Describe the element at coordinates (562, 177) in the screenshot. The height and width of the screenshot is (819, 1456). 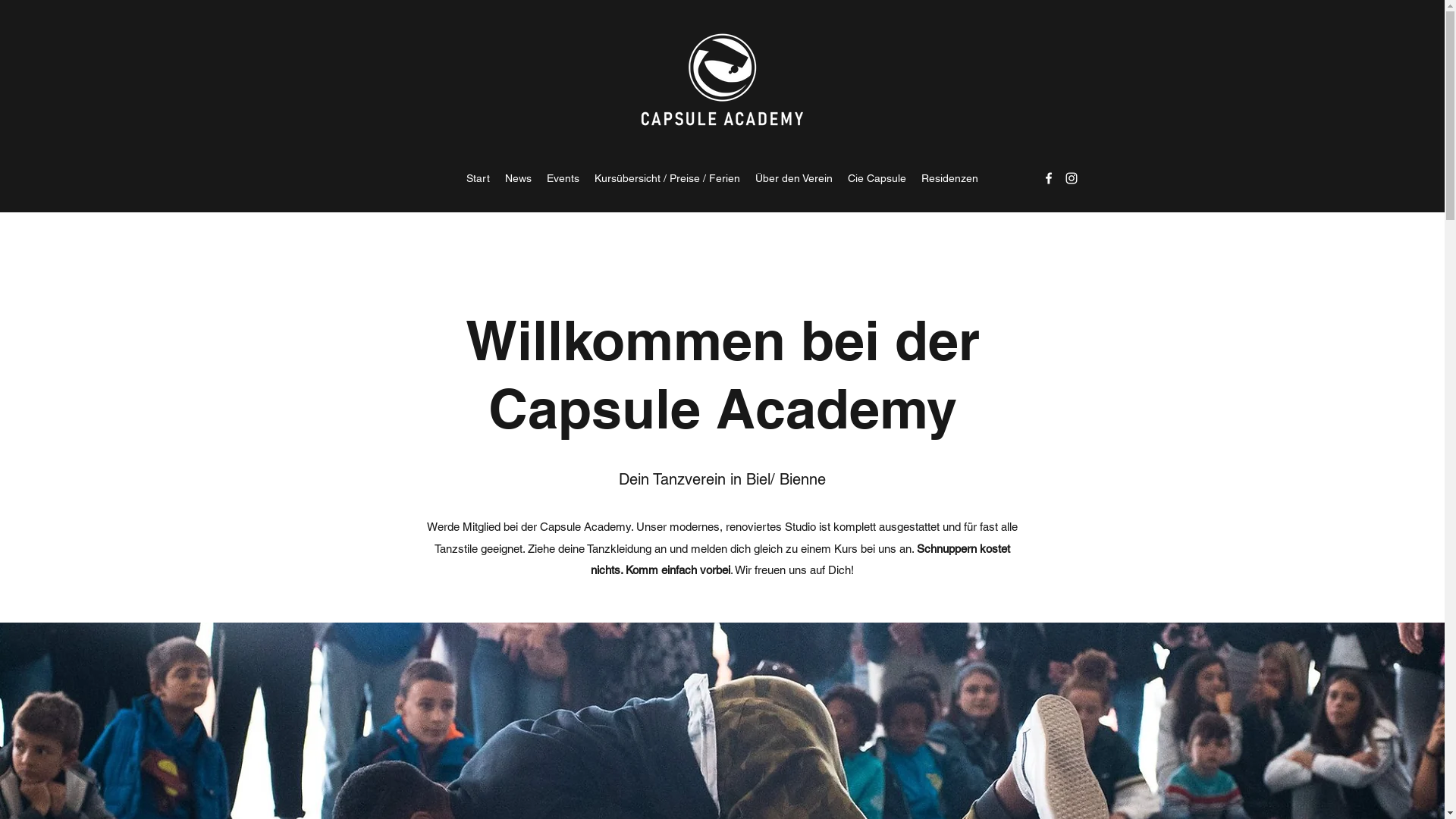
I see `'Events'` at that location.